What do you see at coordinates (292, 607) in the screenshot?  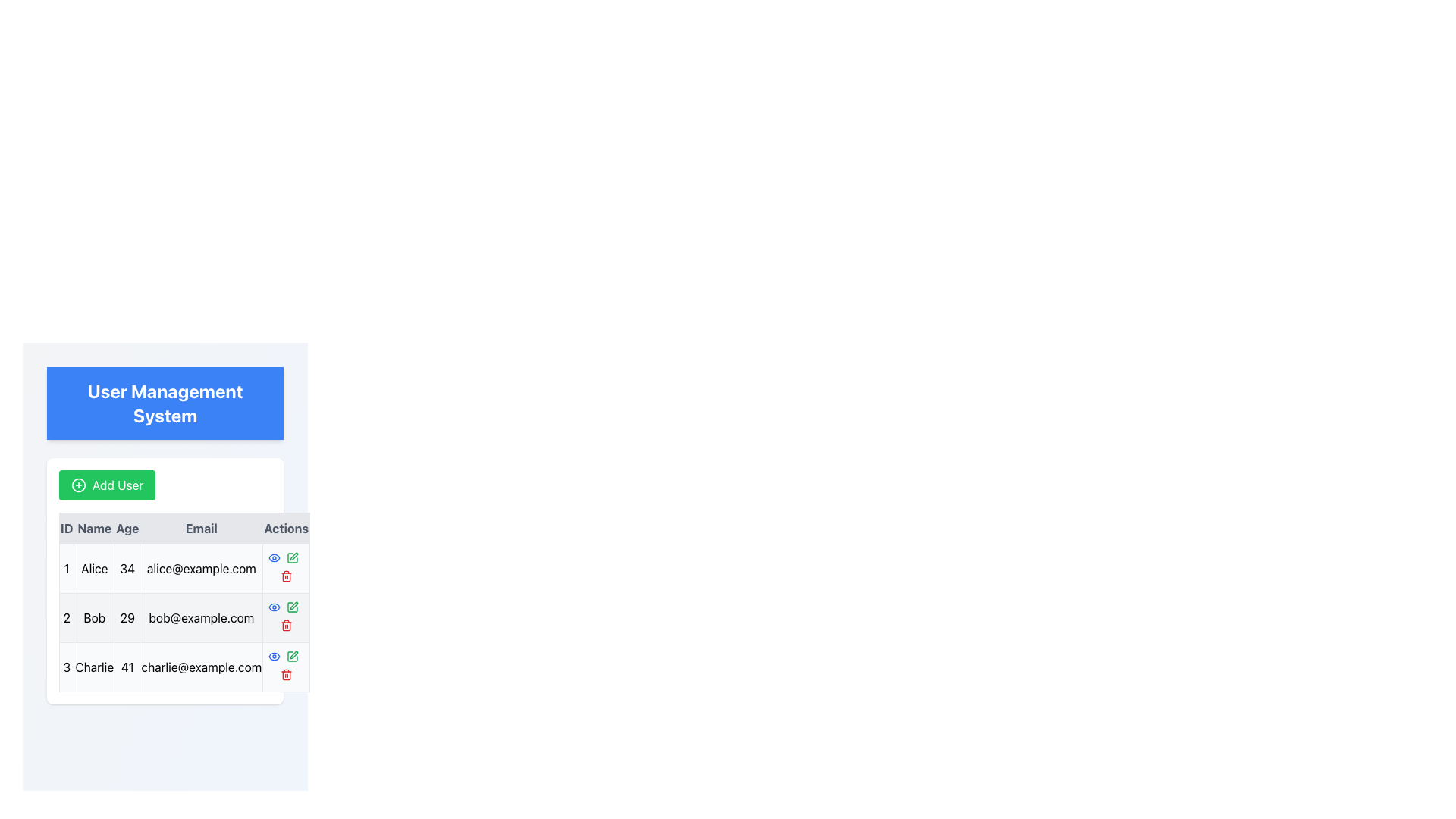 I see `the green edit icon button located in the 'Actions' column of the second row for user 'Bob'` at bounding box center [292, 607].